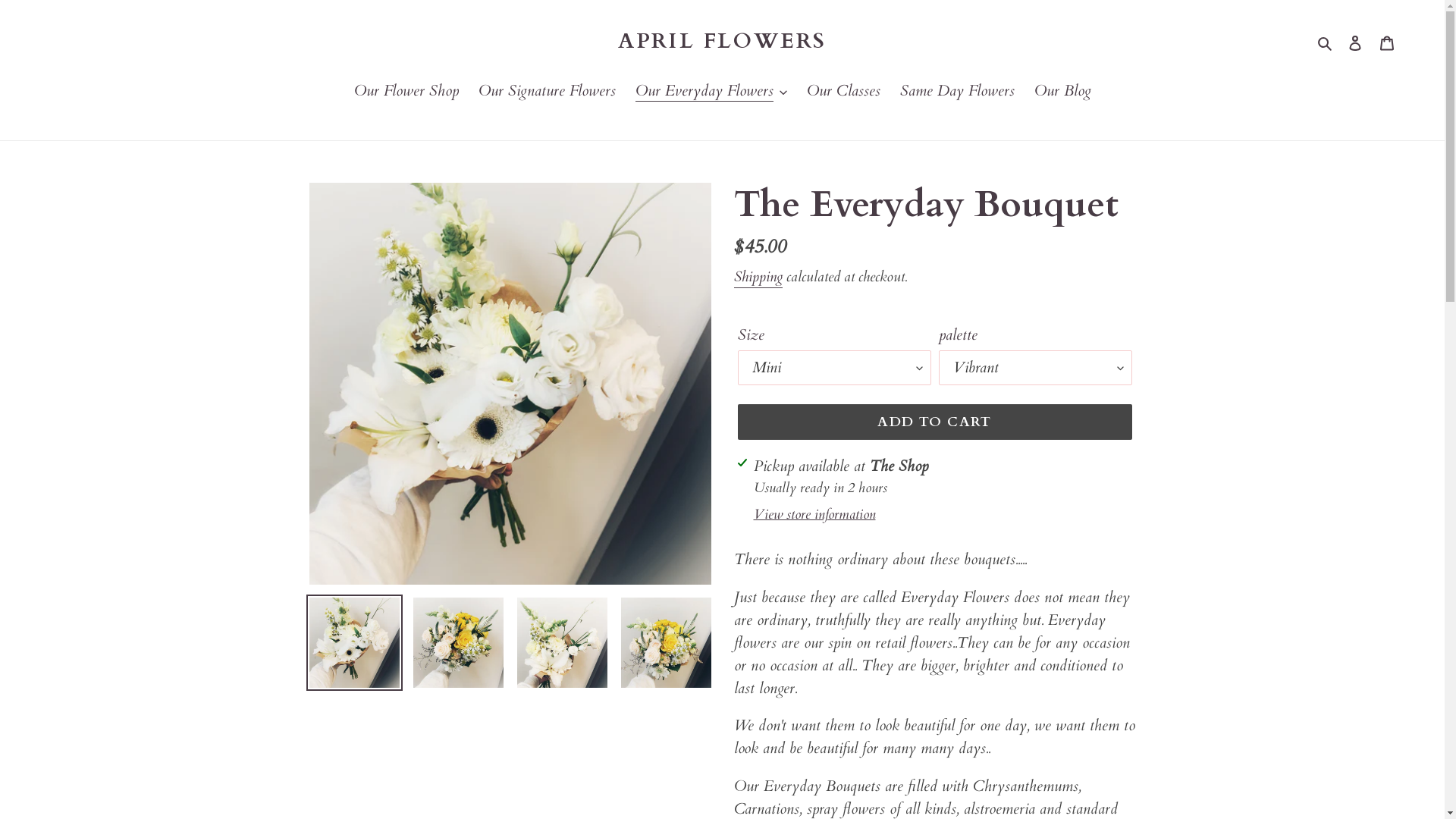 The width and height of the screenshot is (1456, 819). I want to click on 'Log in', so click(1354, 40).